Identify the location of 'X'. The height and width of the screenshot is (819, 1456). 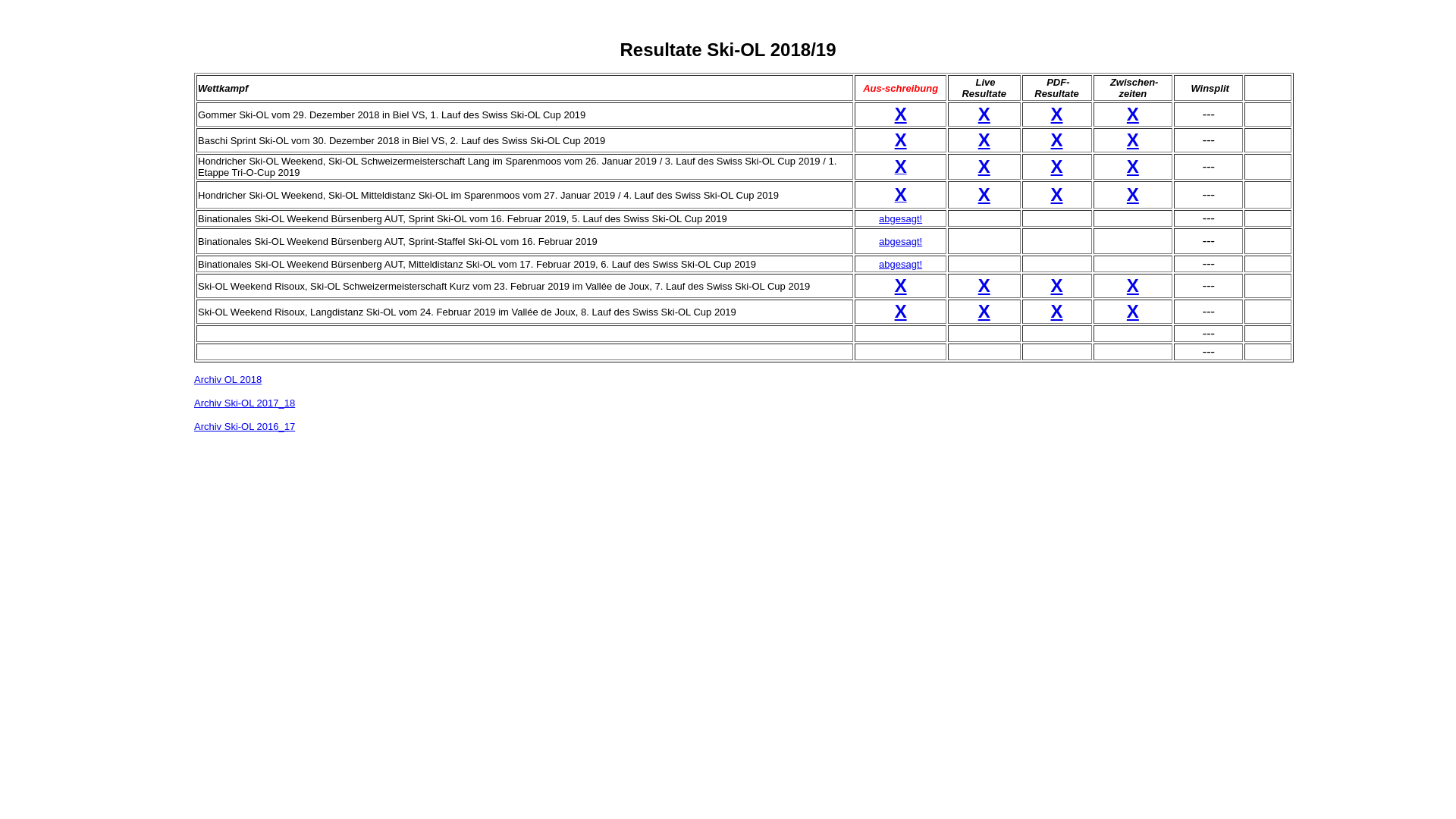
(1132, 193).